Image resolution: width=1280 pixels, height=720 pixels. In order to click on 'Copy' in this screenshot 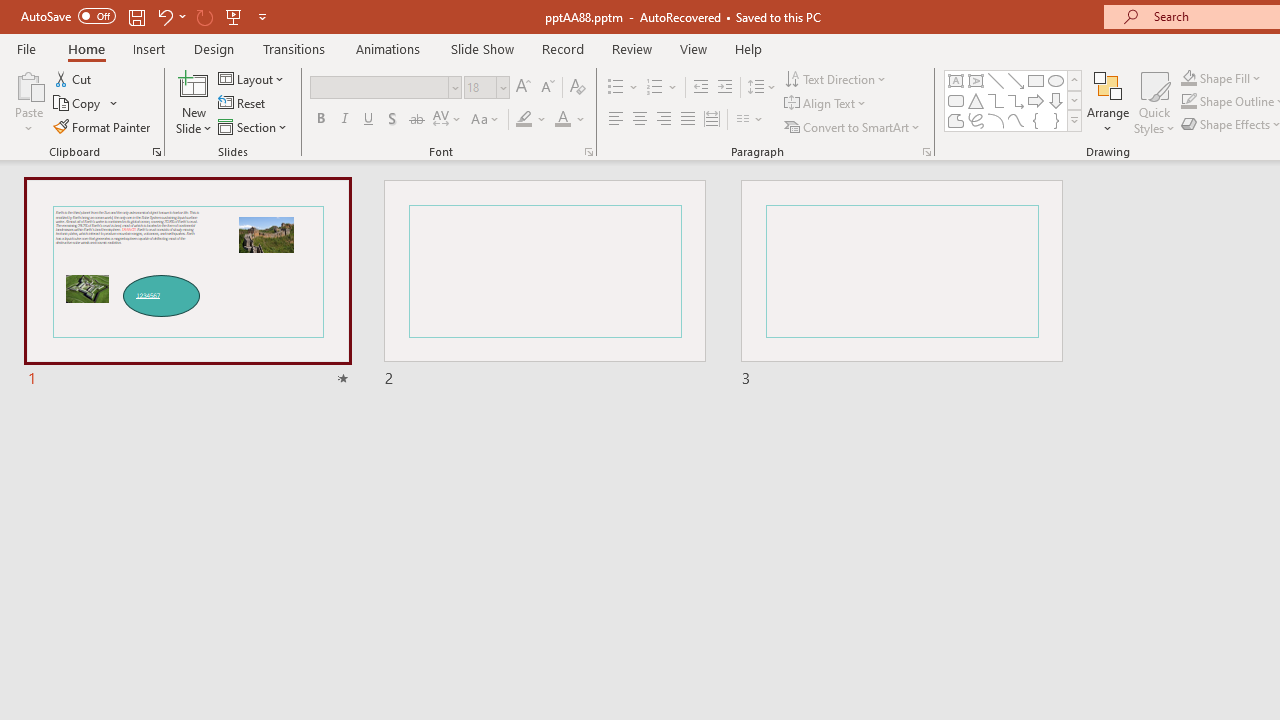, I will do `click(78, 103)`.